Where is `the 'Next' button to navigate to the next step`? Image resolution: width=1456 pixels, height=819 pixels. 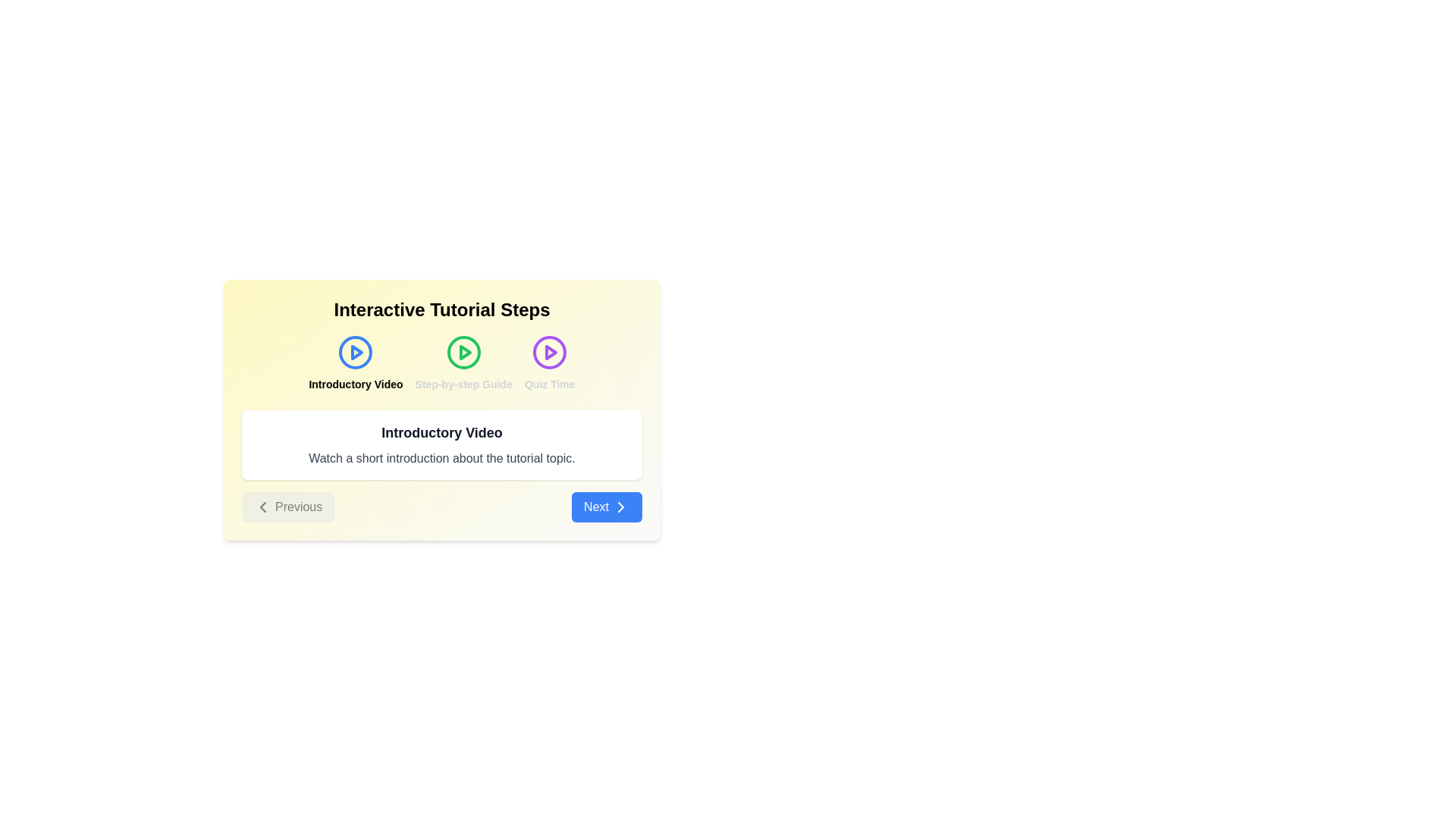 the 'Next' button to navigate to the next step is located at coordinates (607, 507).